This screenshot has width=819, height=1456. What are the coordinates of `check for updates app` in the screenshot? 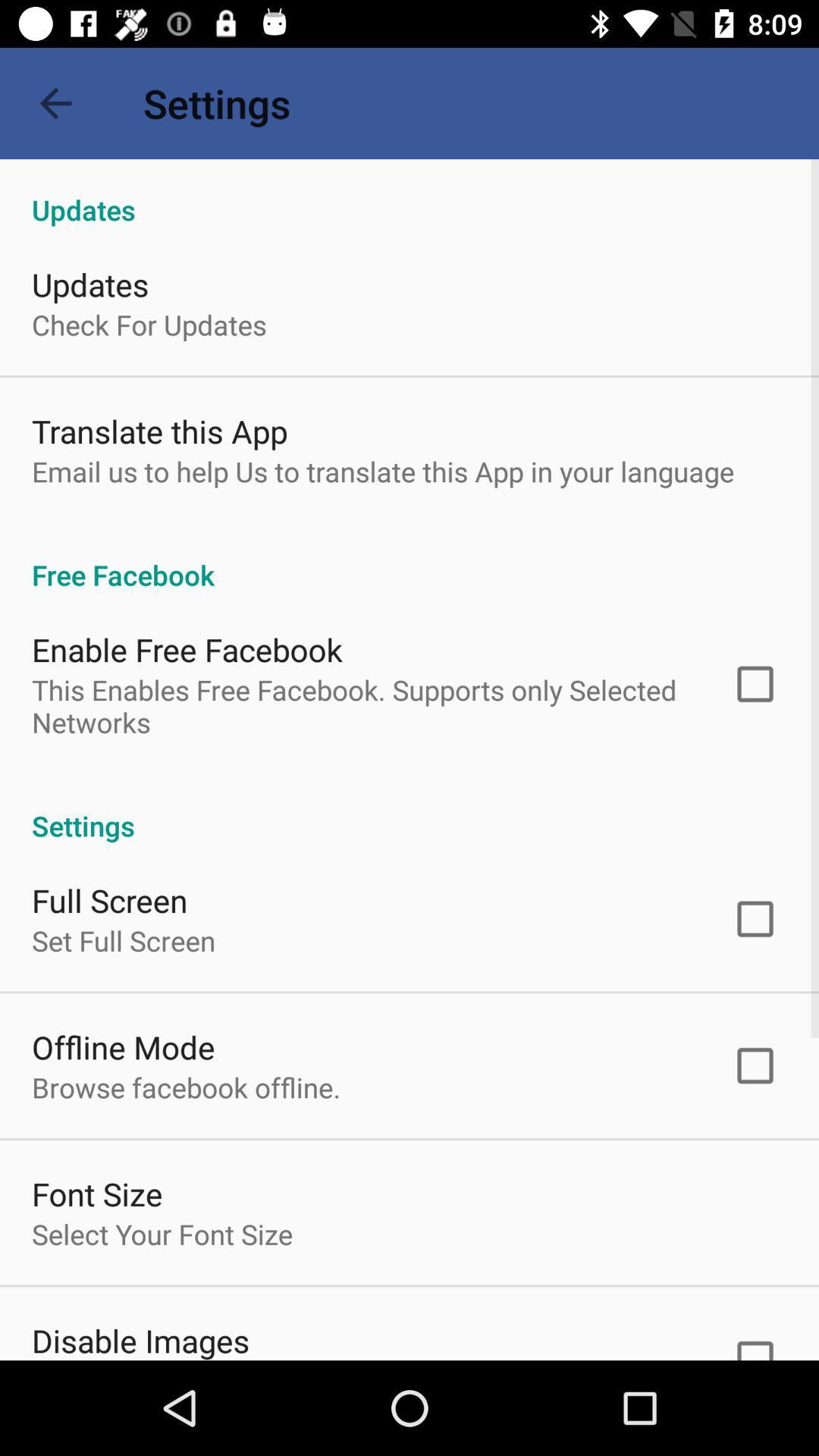 It's located at (149, 324).